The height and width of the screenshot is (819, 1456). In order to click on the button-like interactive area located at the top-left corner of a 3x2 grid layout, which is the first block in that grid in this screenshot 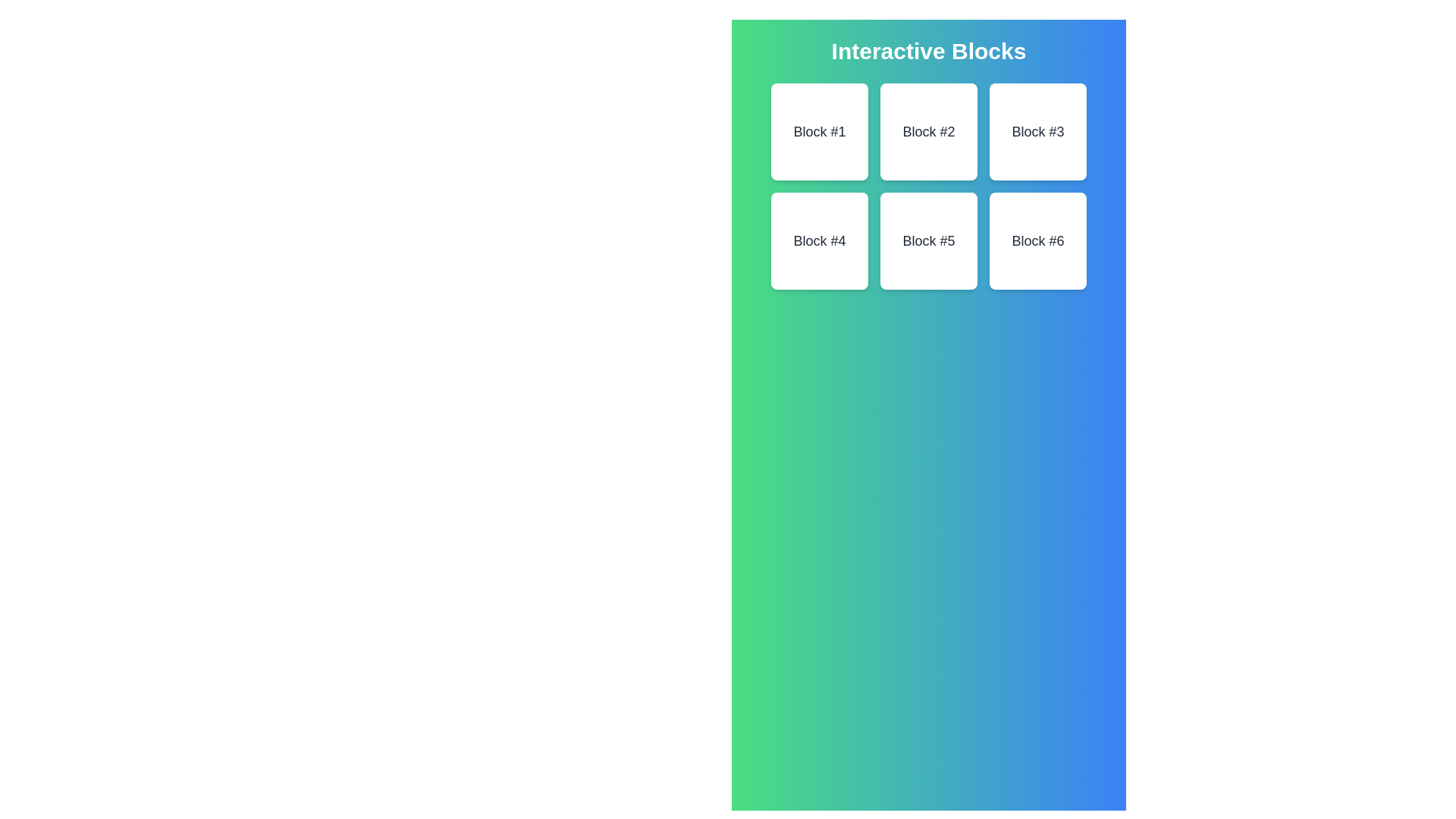, I will do `click(818, 130)`.